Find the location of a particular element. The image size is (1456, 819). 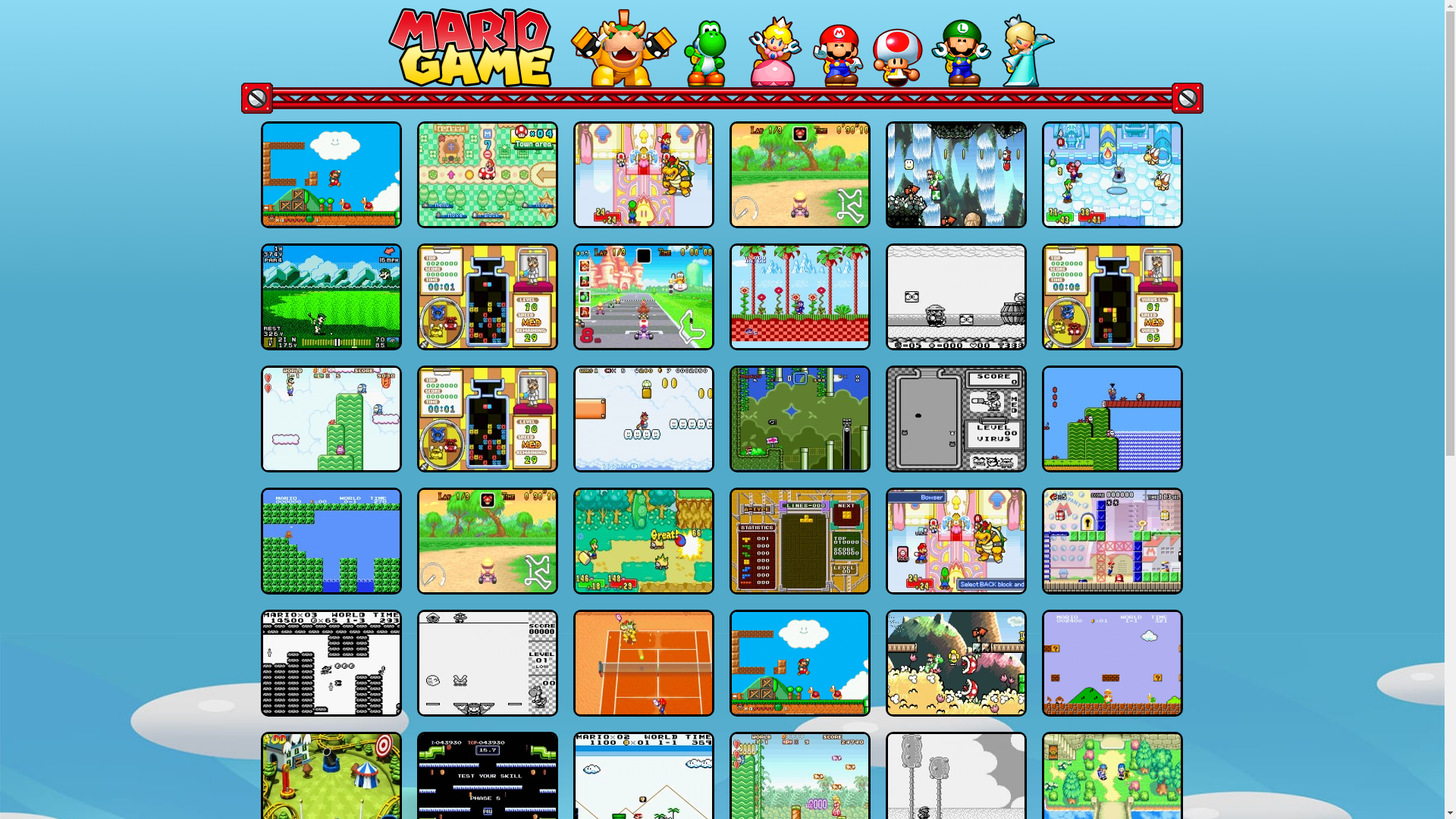

'Dr.Mario & Puzzle League' is located at coordinates (419, 417).